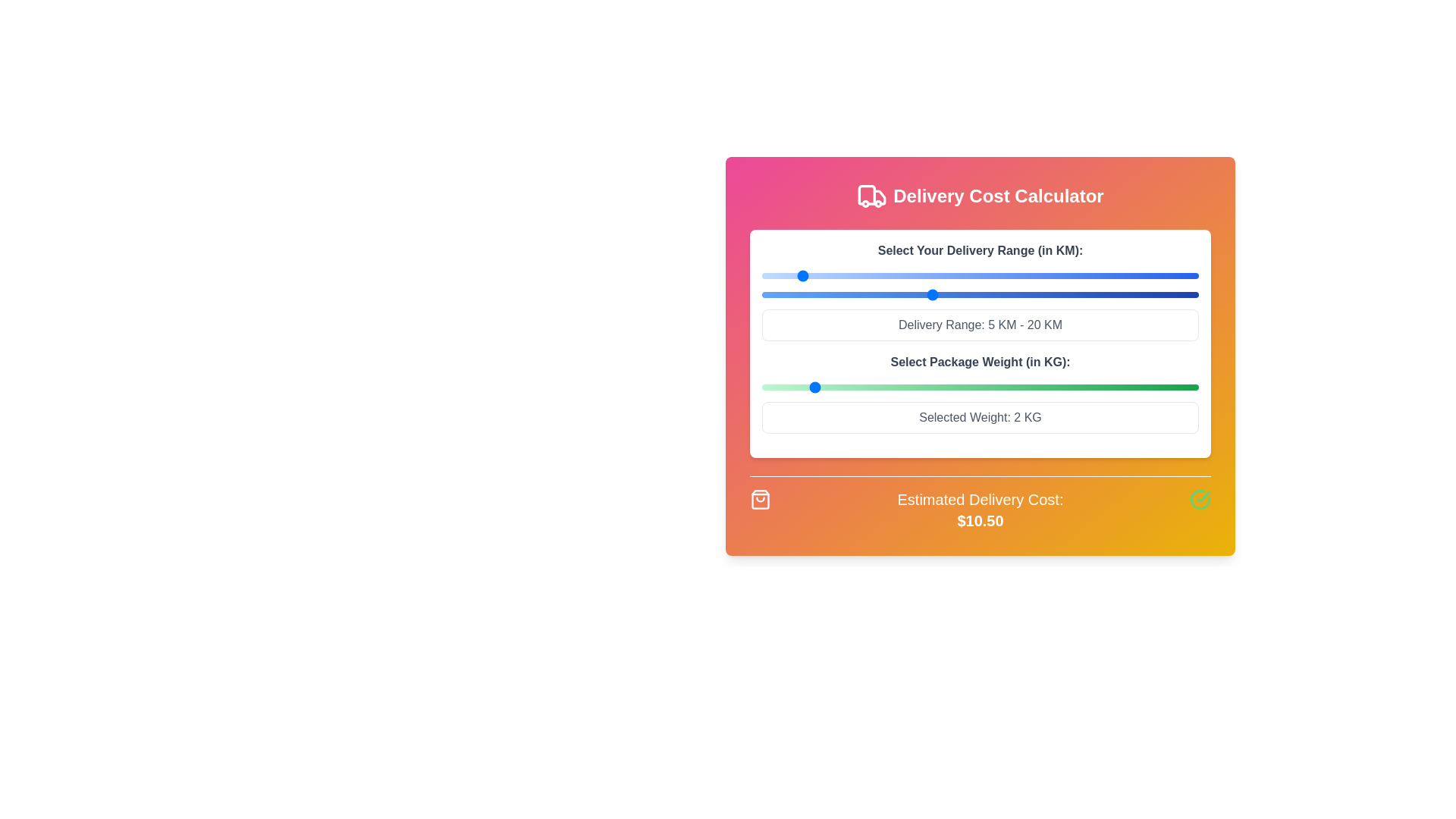 This screenshot has width=1456, height=819. I want to click on the delivery range, so click(1055, 275).